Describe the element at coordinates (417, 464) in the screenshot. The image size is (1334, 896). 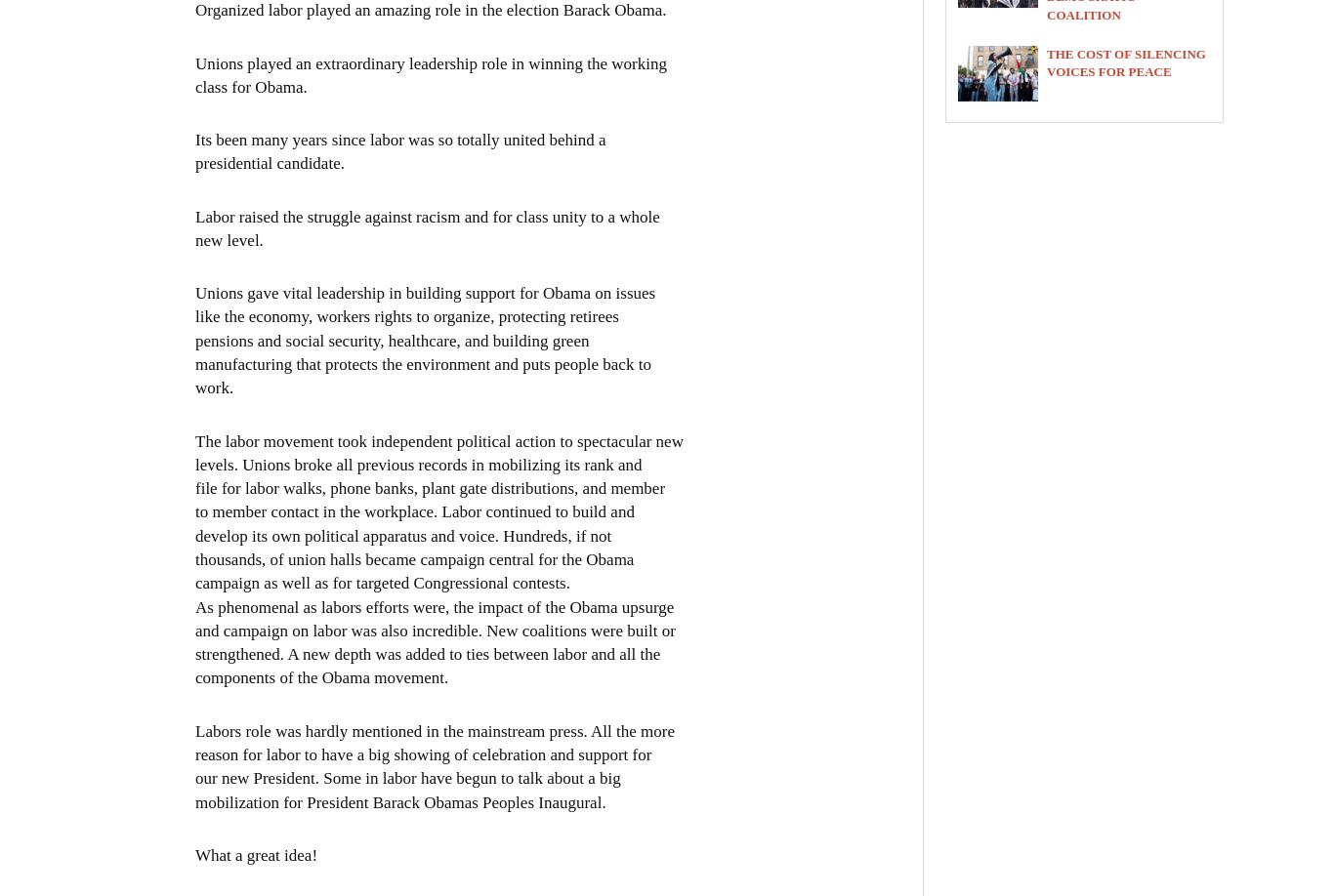
I see `'levels. Unions broke all previous records in mobilizing its rank and'` at that location.